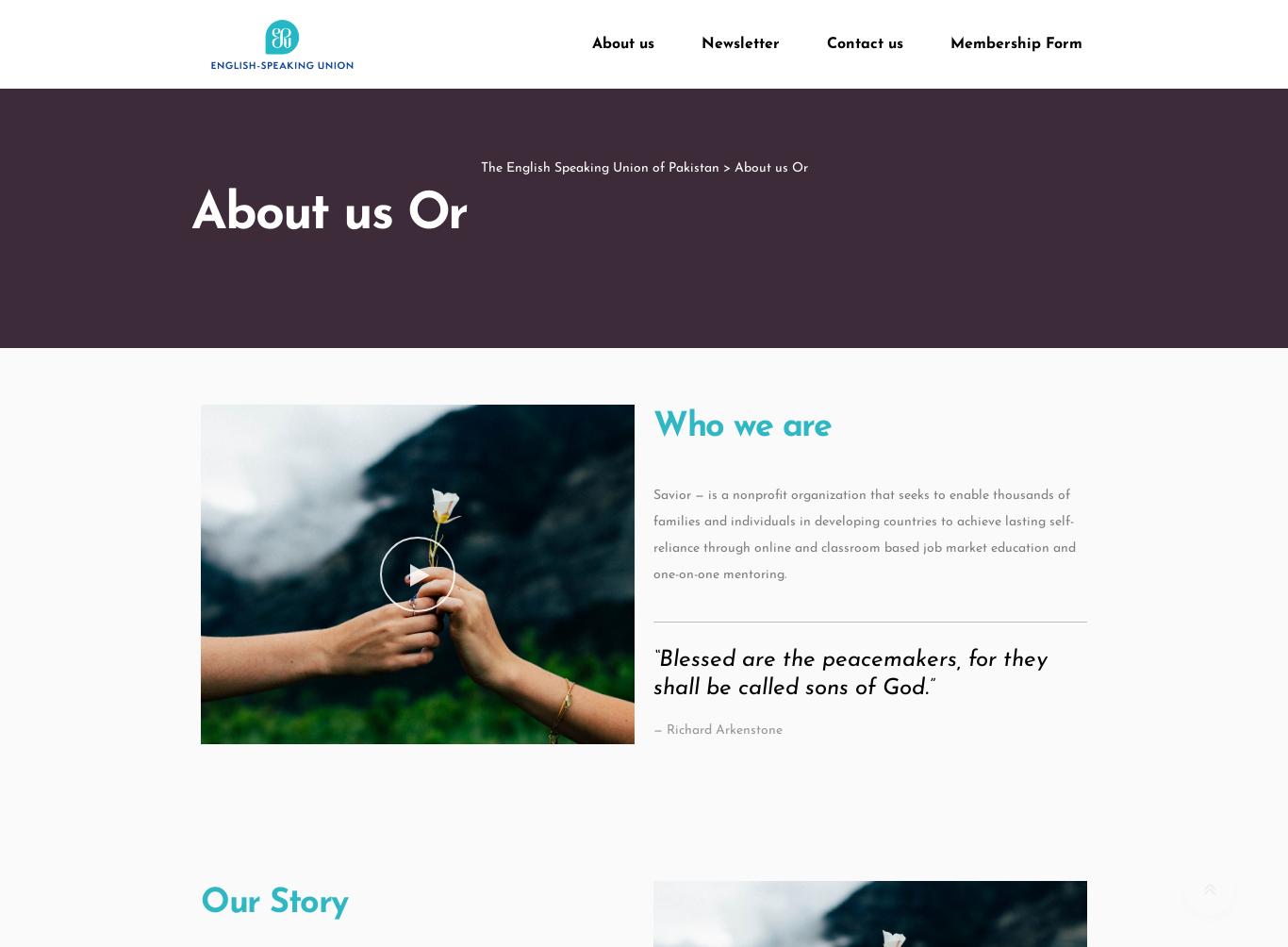 Image resolution: width=1288 pixels, height=947 pixels. Describe the element at coordinates (1016, 43) in the screenshot. I see `'Membership Form'` at that location.